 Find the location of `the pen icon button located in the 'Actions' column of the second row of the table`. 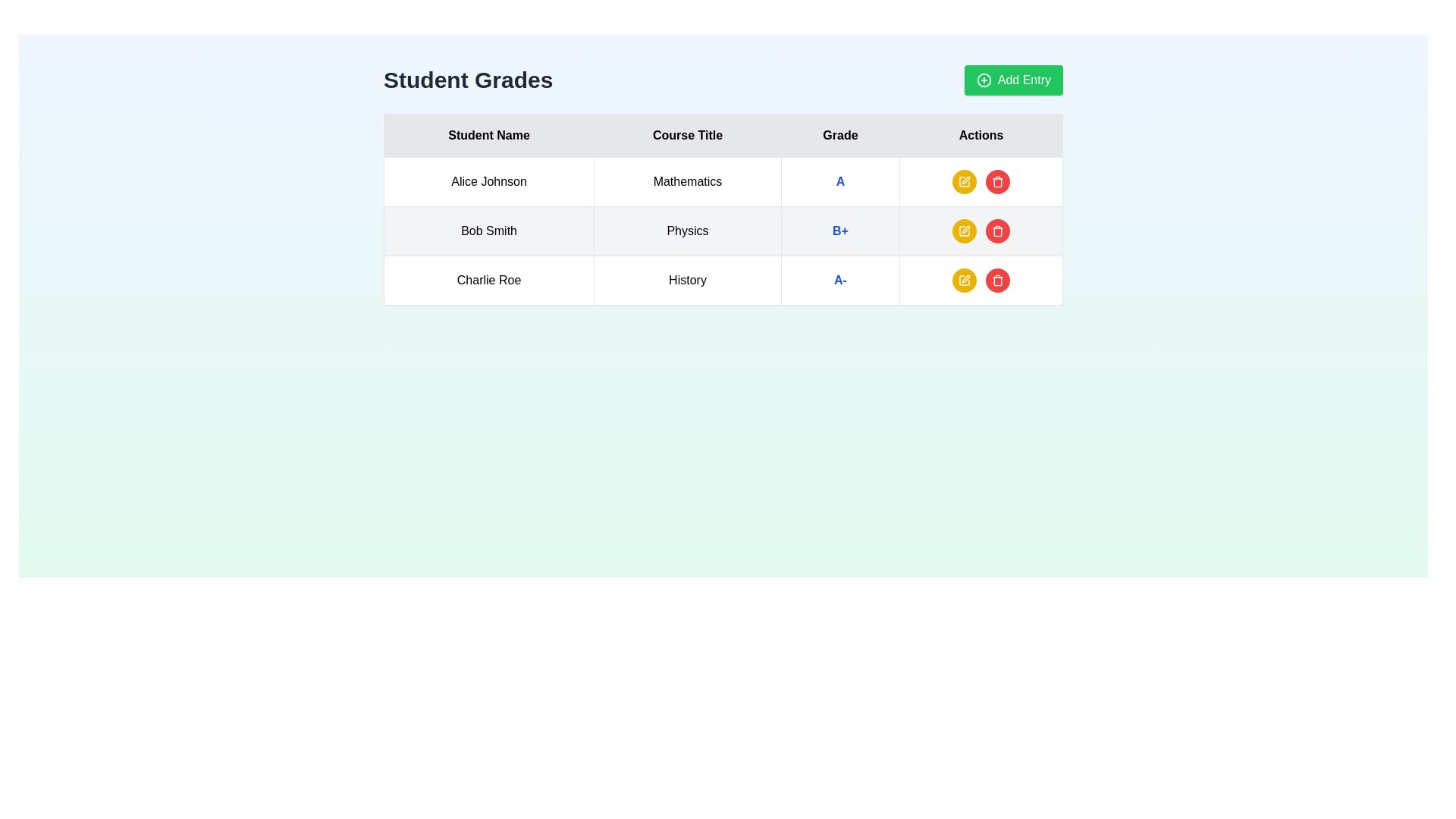

the pen icon button located in the 'Actions' column of the second row of the table is located at coordinates (965, 230).